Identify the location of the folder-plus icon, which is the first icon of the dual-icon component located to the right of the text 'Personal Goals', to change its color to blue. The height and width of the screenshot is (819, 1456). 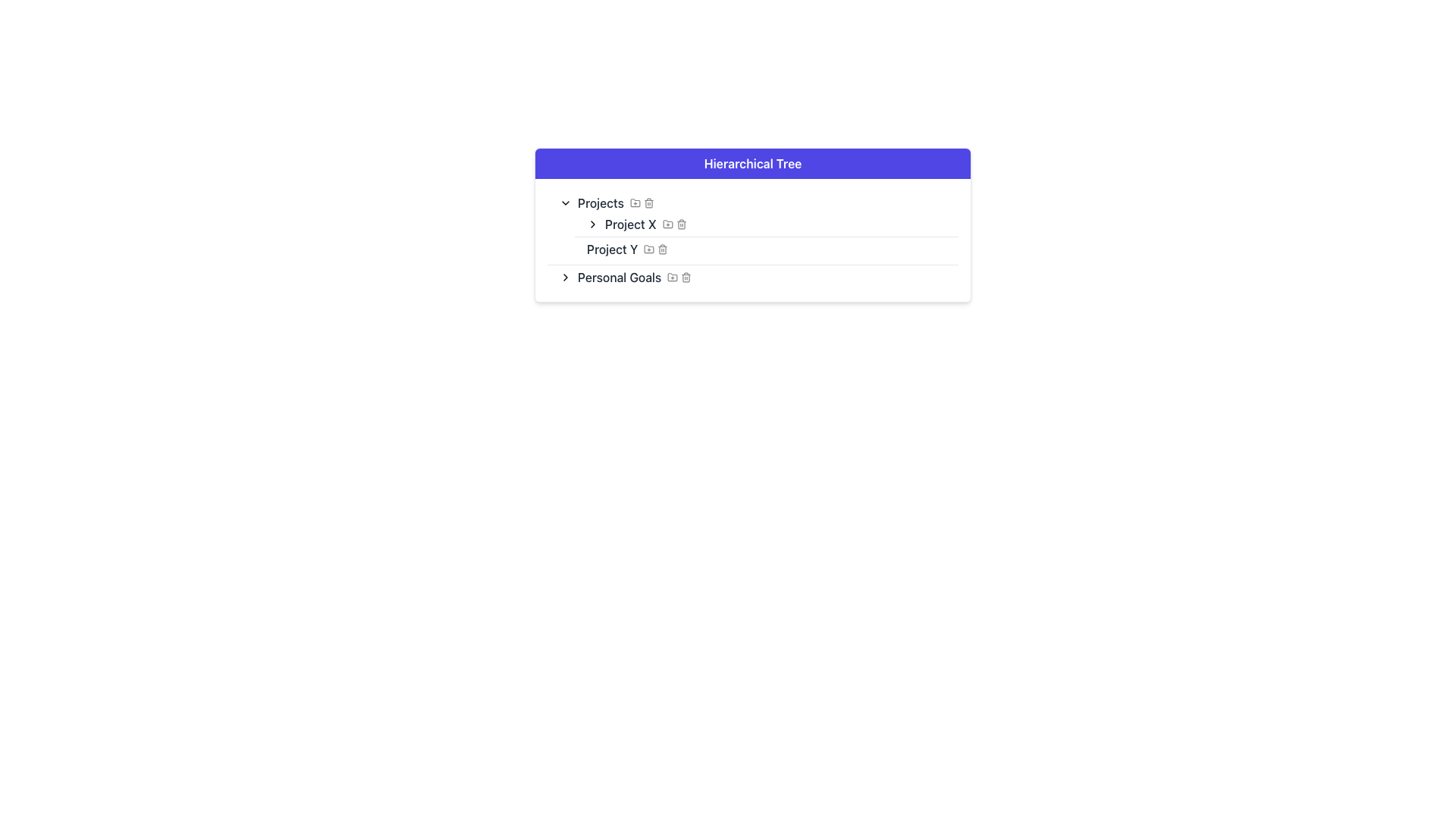
(679, 278).